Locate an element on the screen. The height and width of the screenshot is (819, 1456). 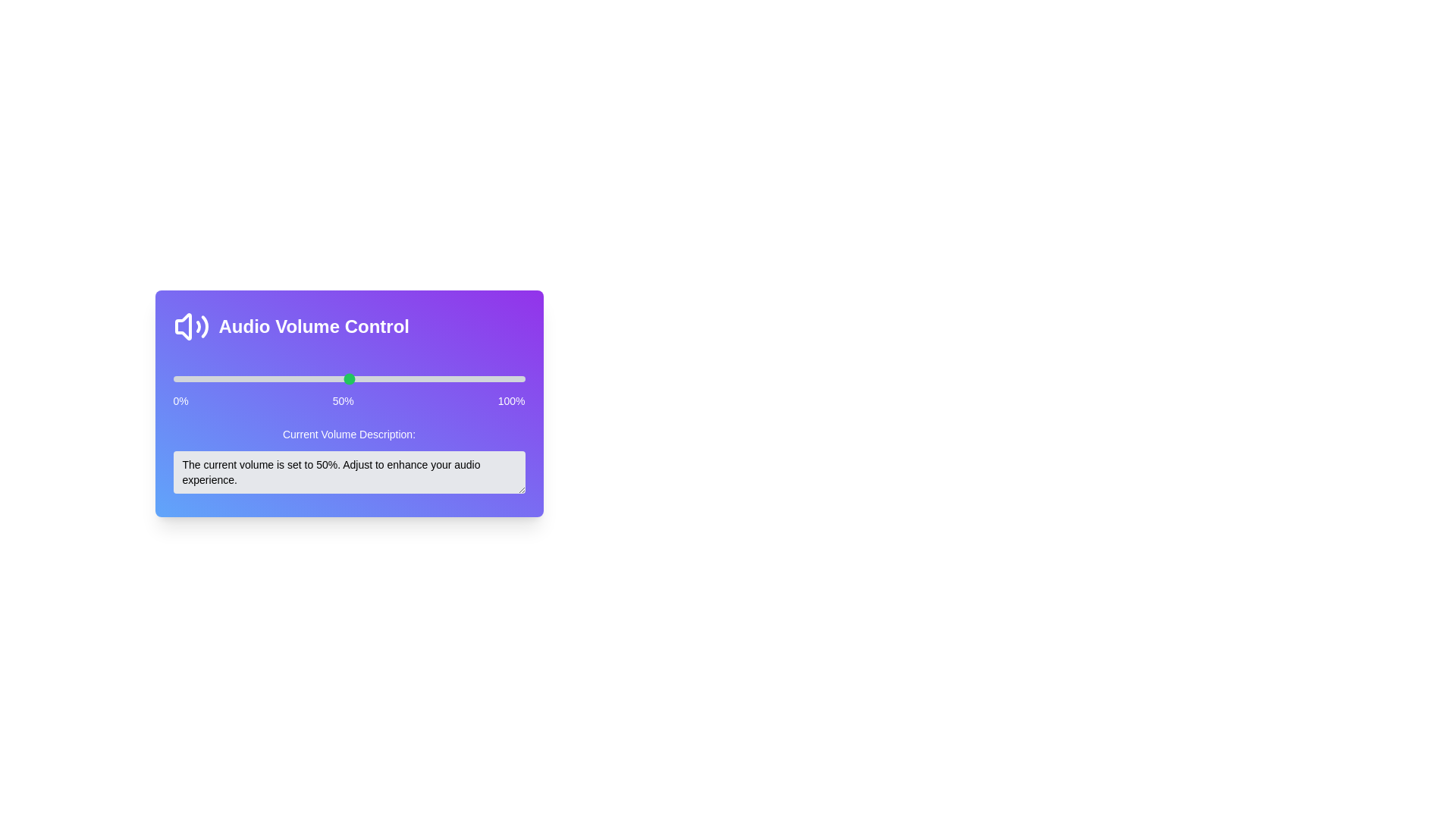
the volume slider to 46% is located at coordinates (334, 378).